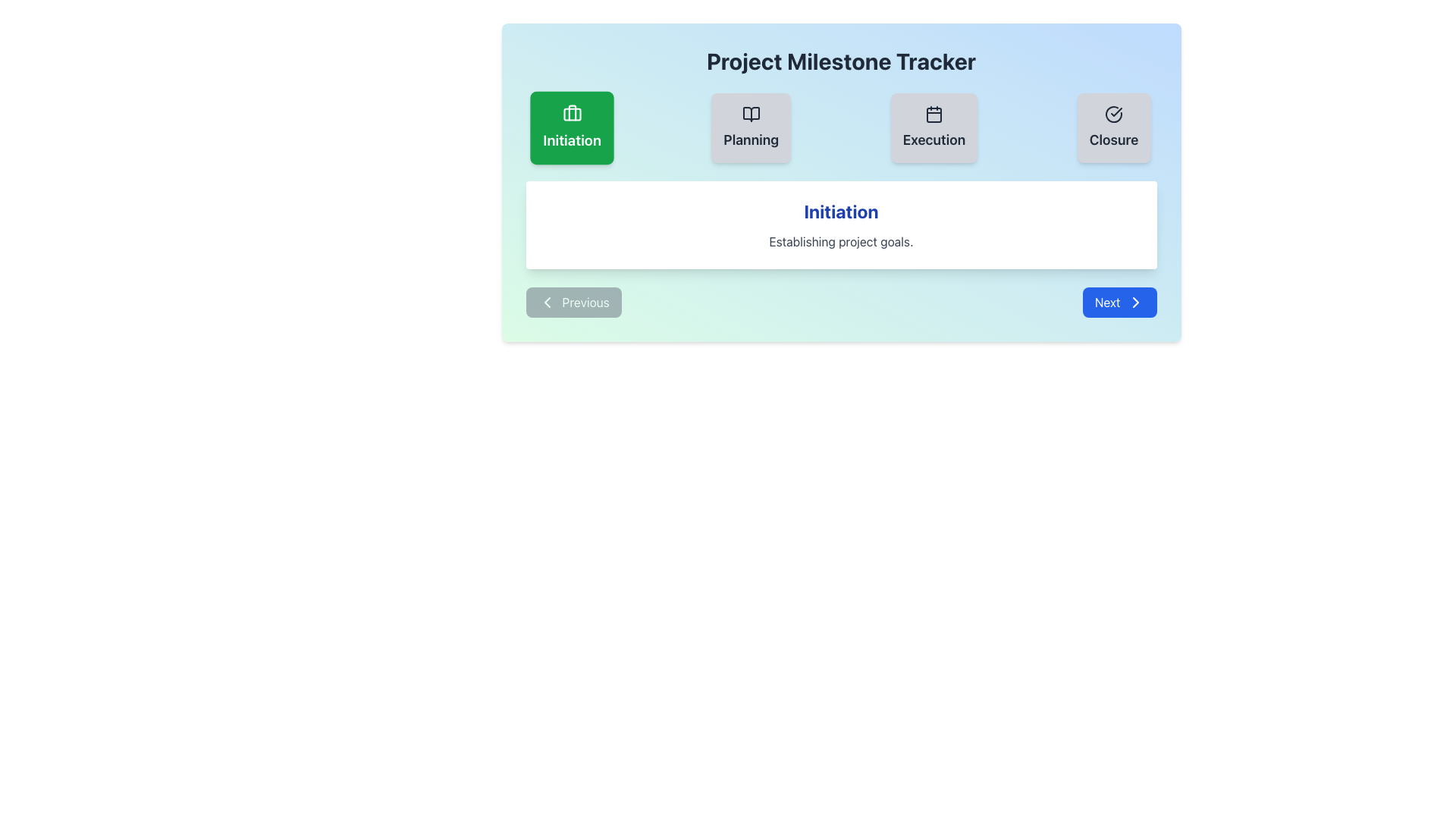 The width and height of the screenshot is (1456, 819). Describe the element at coordinates (570, 112) in the screenshot. I see `the left vertical line of the handle structure of the briefcase icon representing the 'Initiation' task, located in the green square next to the text 'Initiation' in the milestone navigation bar` at that location.